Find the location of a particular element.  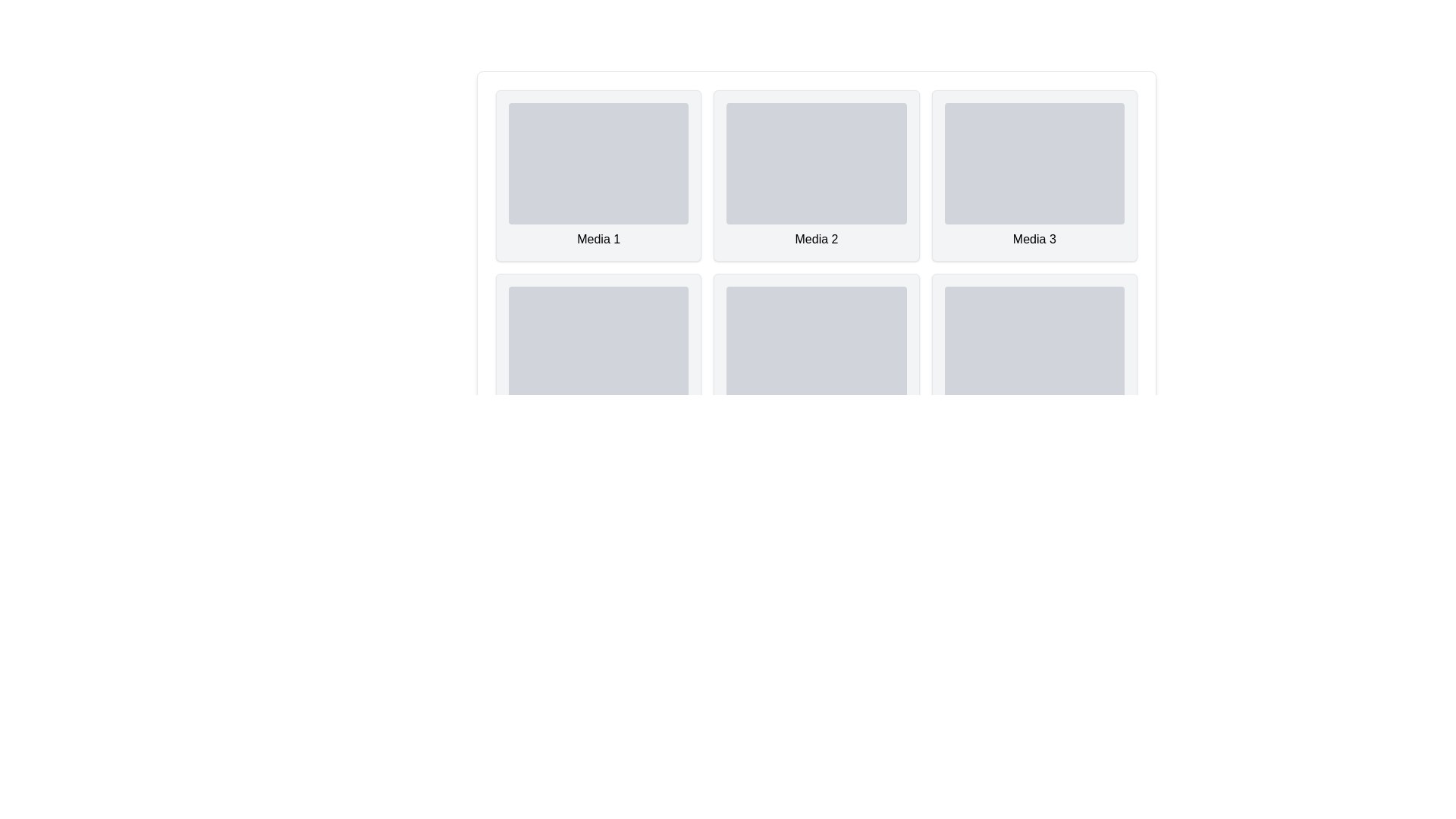

text label 'Media 2' which is styled in bold and centered, located below a gray placeholder image in a bordered, rounded rectangle in the grid layout is located at coordinates (815, 239).